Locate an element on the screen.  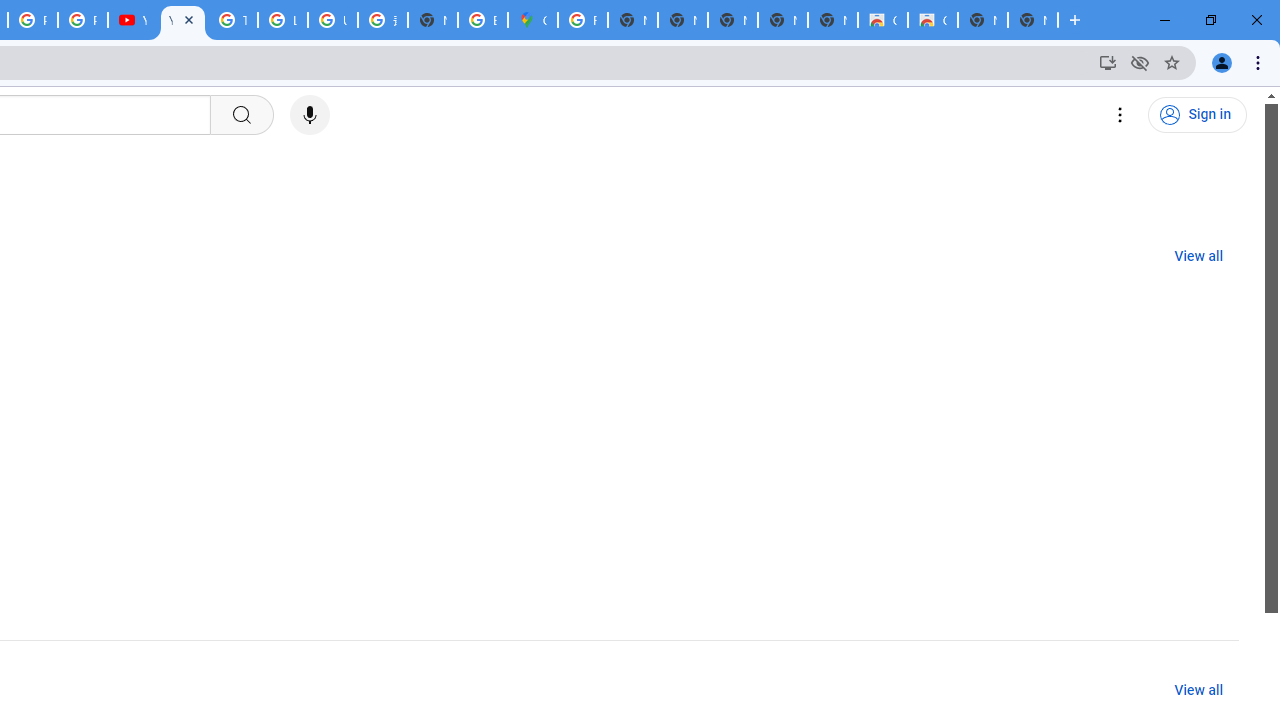
'New Tab' is located at coordinates (1032, 20).